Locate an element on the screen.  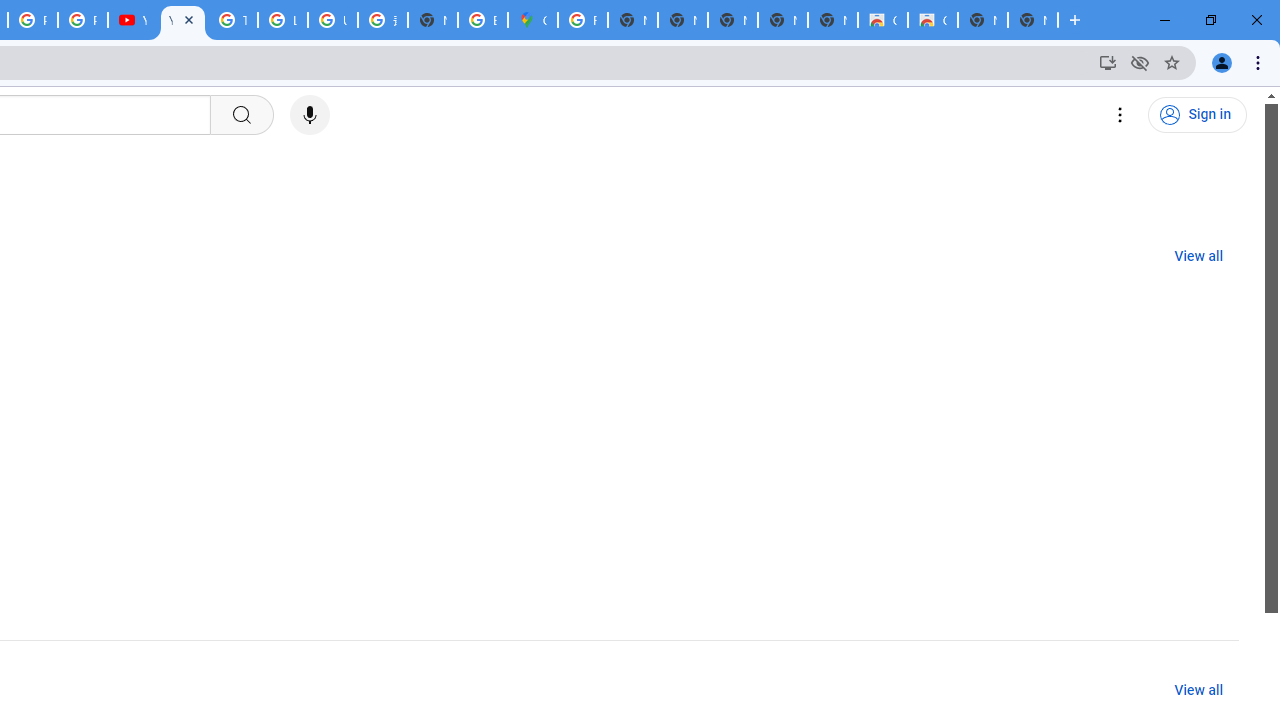
'New Tab' is located at coordinates (1032, 20).